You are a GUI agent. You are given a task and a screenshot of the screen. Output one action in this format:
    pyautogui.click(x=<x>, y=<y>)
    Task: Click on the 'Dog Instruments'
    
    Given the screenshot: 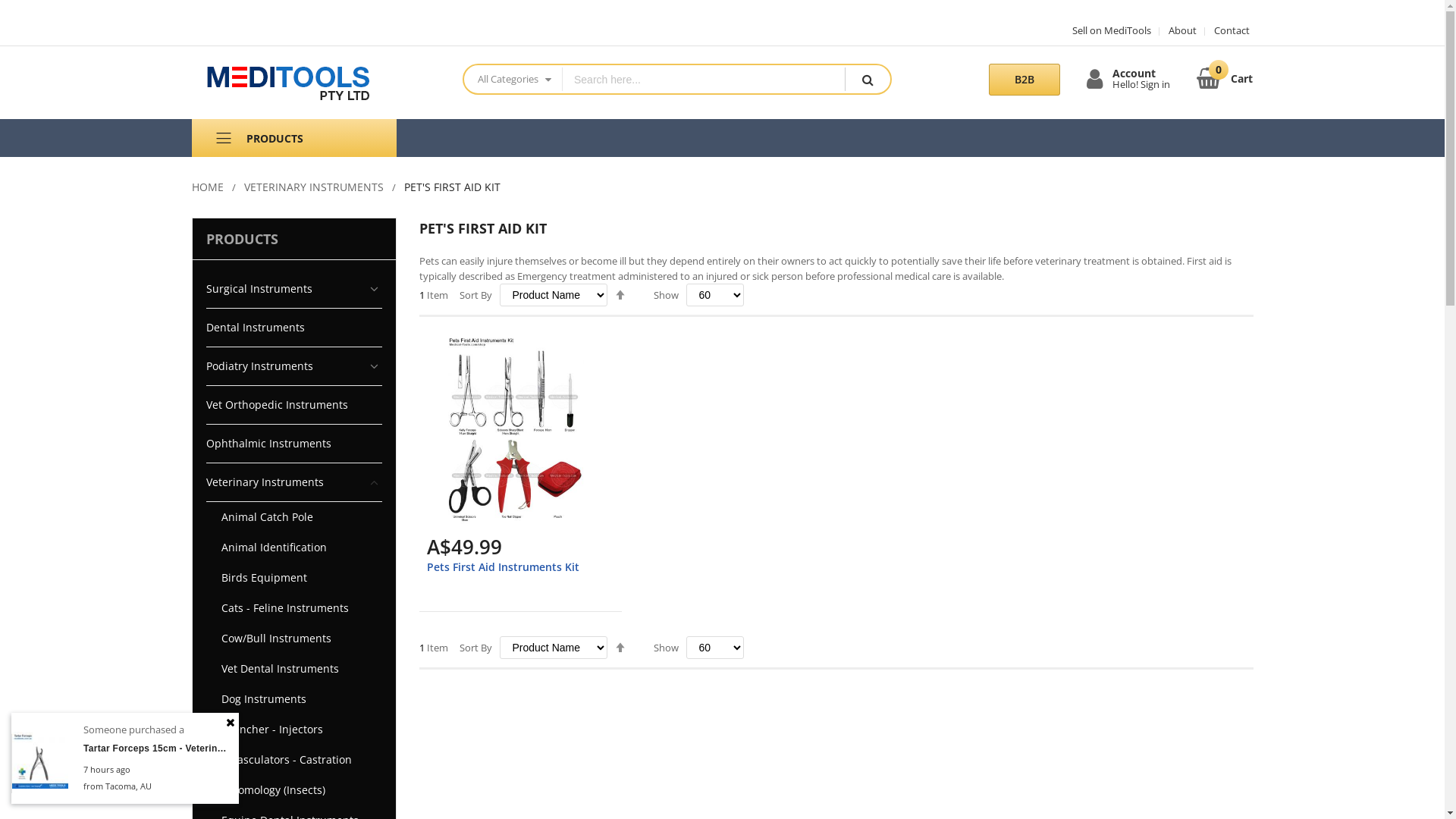 What is the action you would take?
    pyautogui.click(x=294, y=698)
    